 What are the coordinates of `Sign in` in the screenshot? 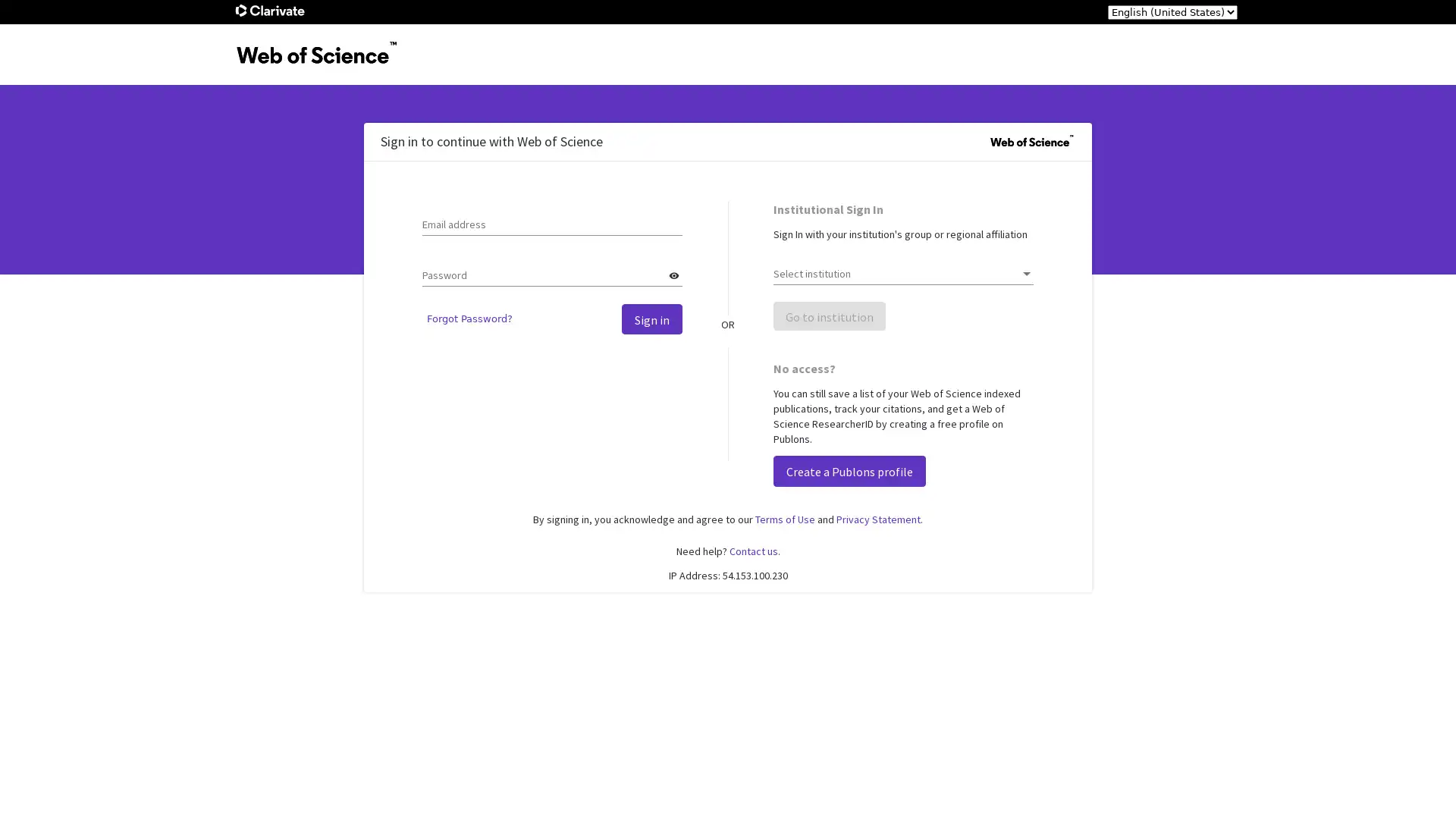 It's located at (651, 318).